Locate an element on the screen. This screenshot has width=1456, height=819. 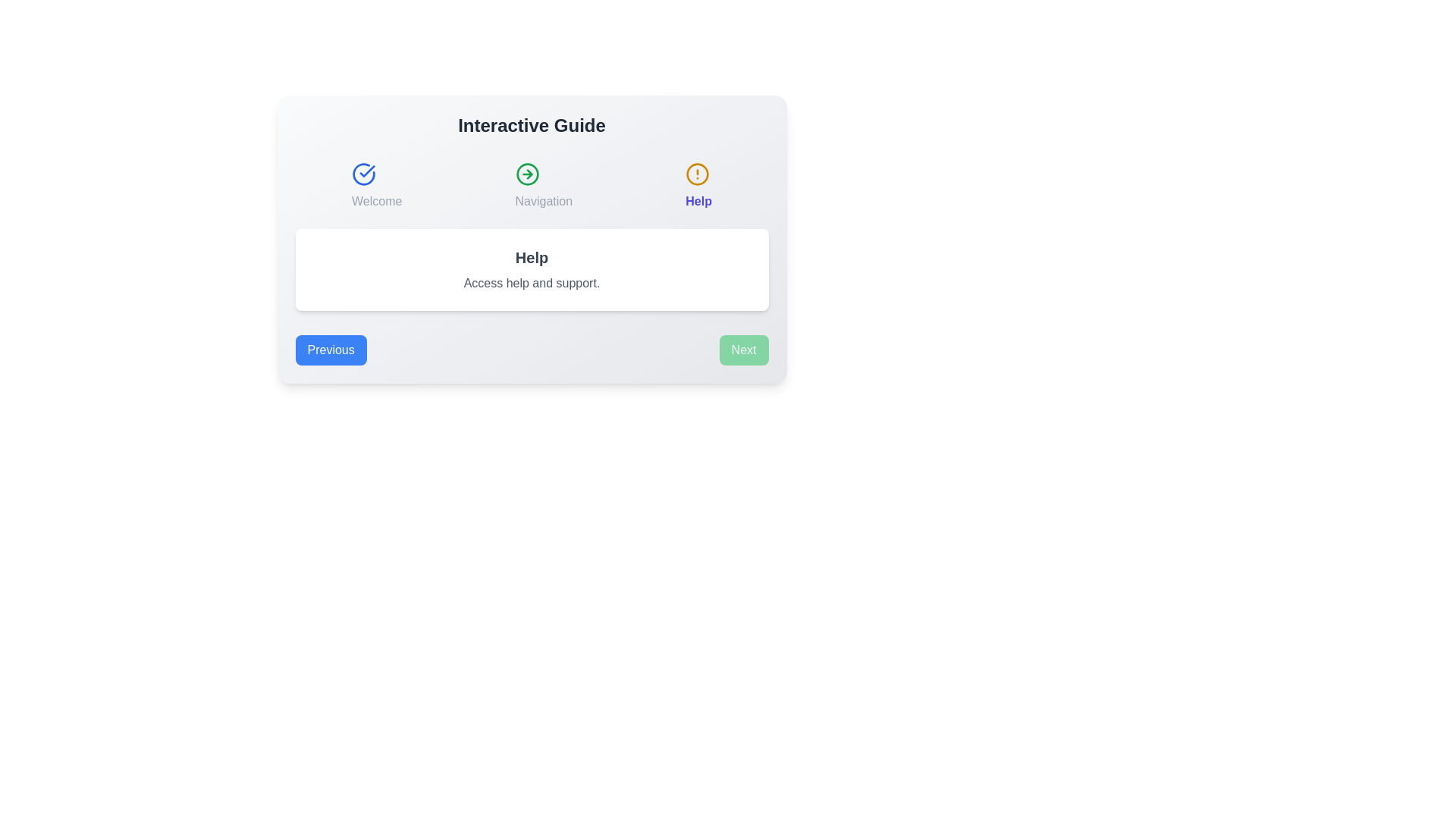
the navigation panel item in the interactive guide section, which includes 'Welcome', 'Navigation', and 'Help' labels is located at coordinates (532, 186).